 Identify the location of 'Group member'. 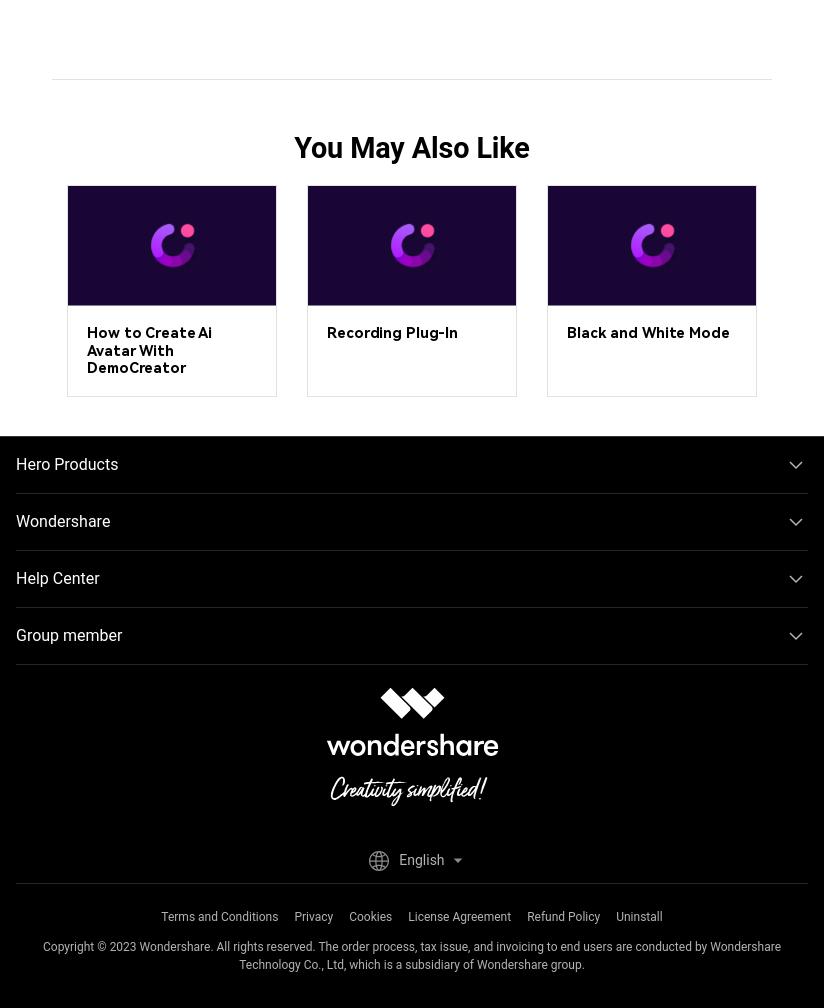
(68, 634).